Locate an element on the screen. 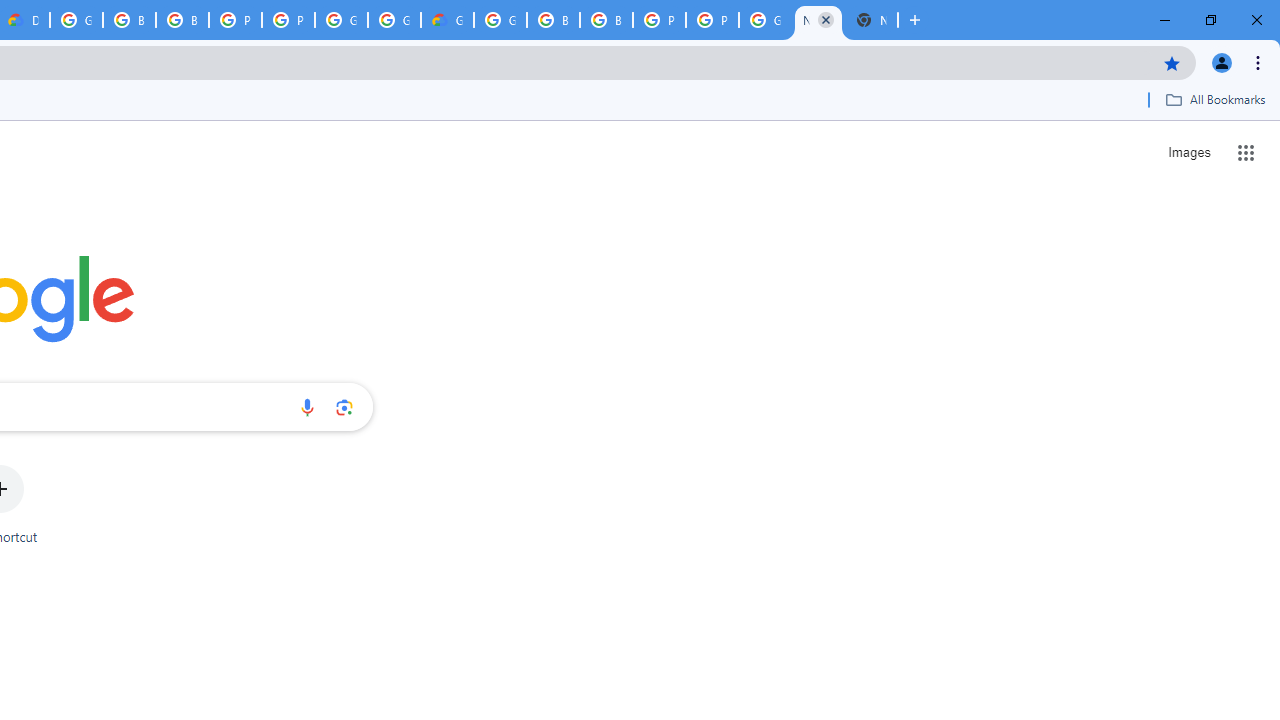 The height and width of the screenshot is (720, 1280). 'Browse Chrome as a guest - Computer - Google Chrome Help' is located at coordinates (553, 20).